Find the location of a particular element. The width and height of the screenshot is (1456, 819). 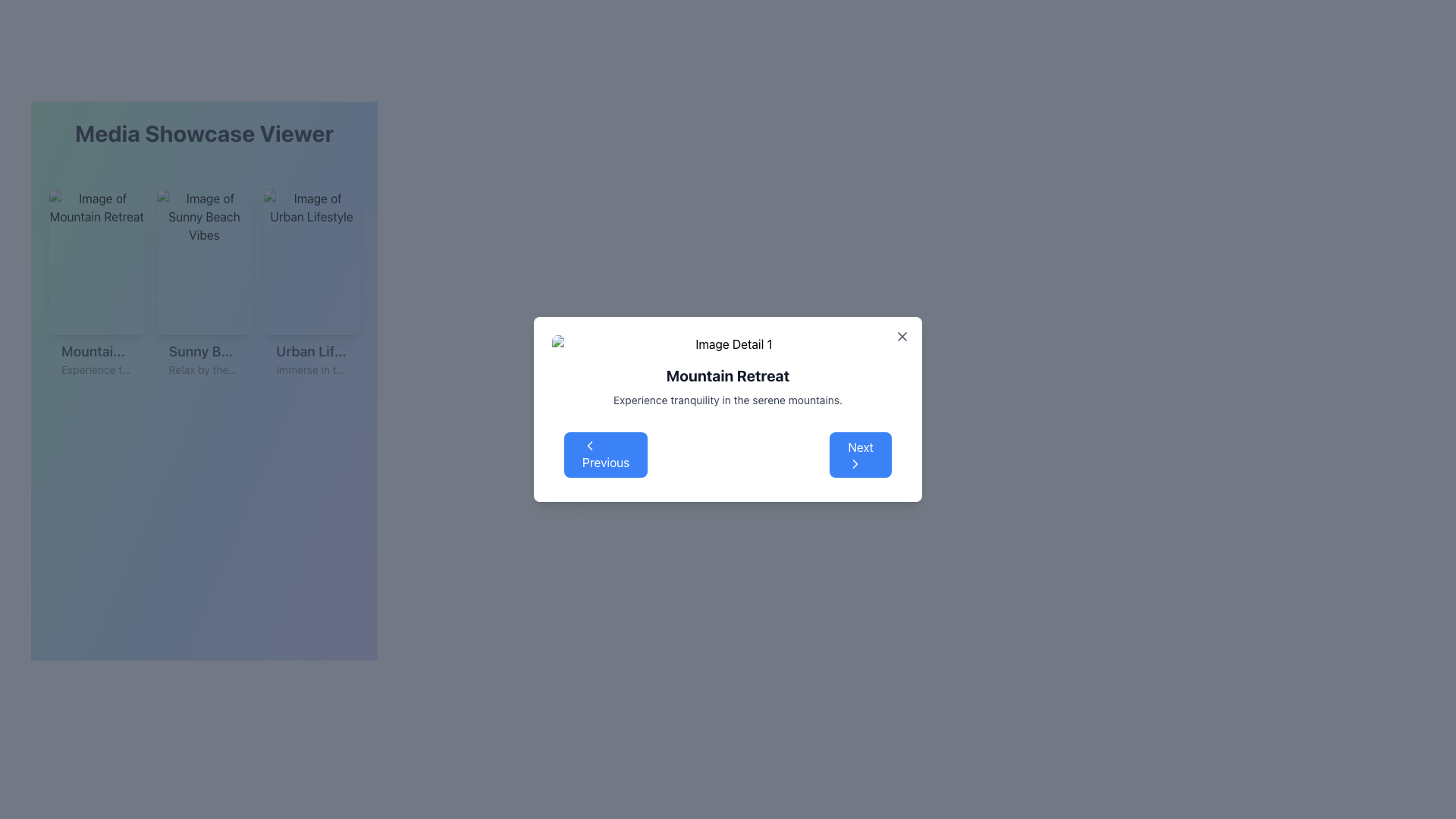

title 'Urban Lifestyle' and the description 'Immerse in the vibrant energy of the city.' from the textual content block at the bottom of the third card in the 'Media Showcase Viewer' section is located at coordinates (311, 359).